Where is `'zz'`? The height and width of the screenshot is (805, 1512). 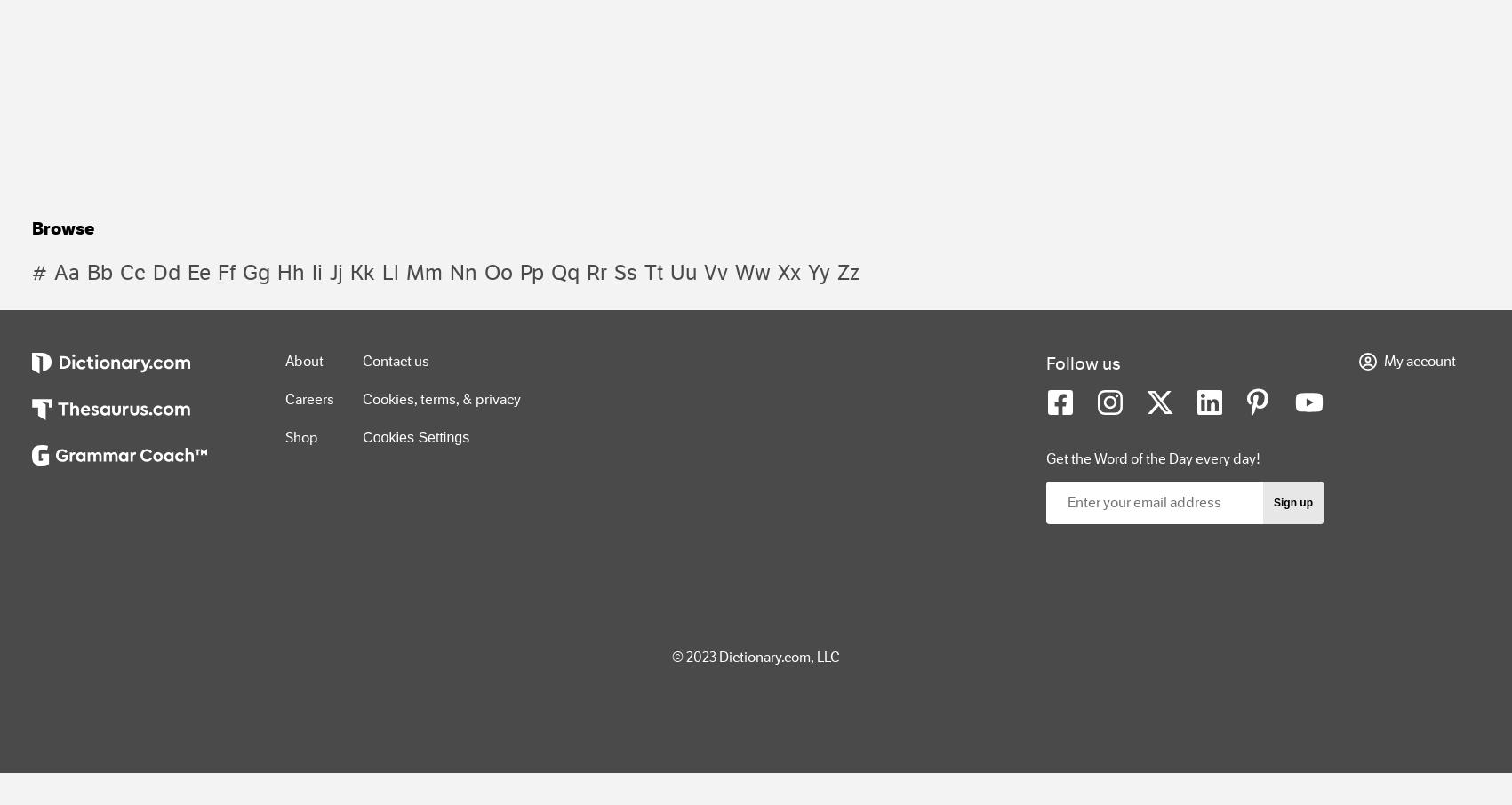 'zz' is located at coordinates (847, 270).